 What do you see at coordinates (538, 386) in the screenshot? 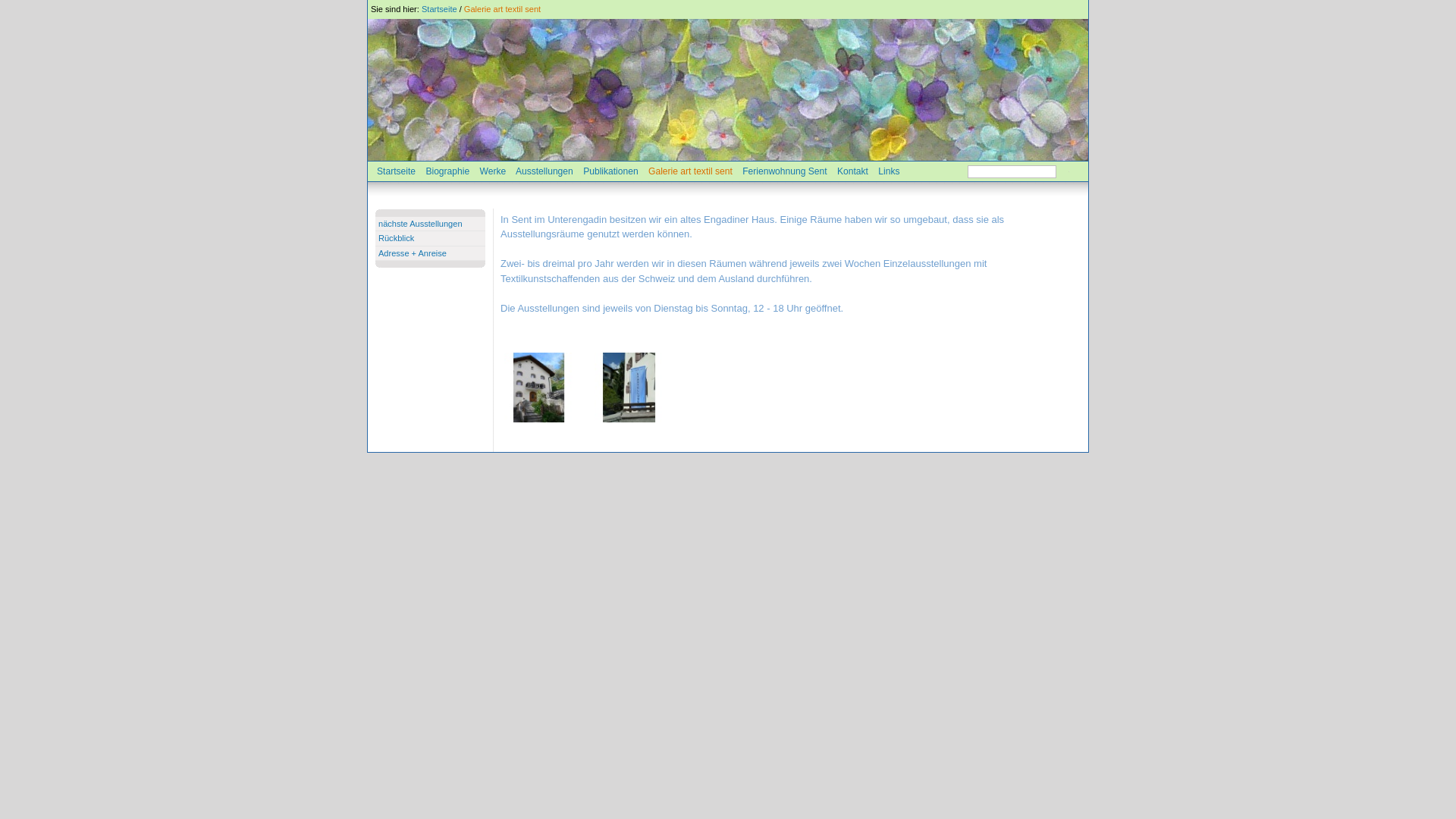
I see `'Chasa Triazza, Sent'` at bounding box center [538, 386].